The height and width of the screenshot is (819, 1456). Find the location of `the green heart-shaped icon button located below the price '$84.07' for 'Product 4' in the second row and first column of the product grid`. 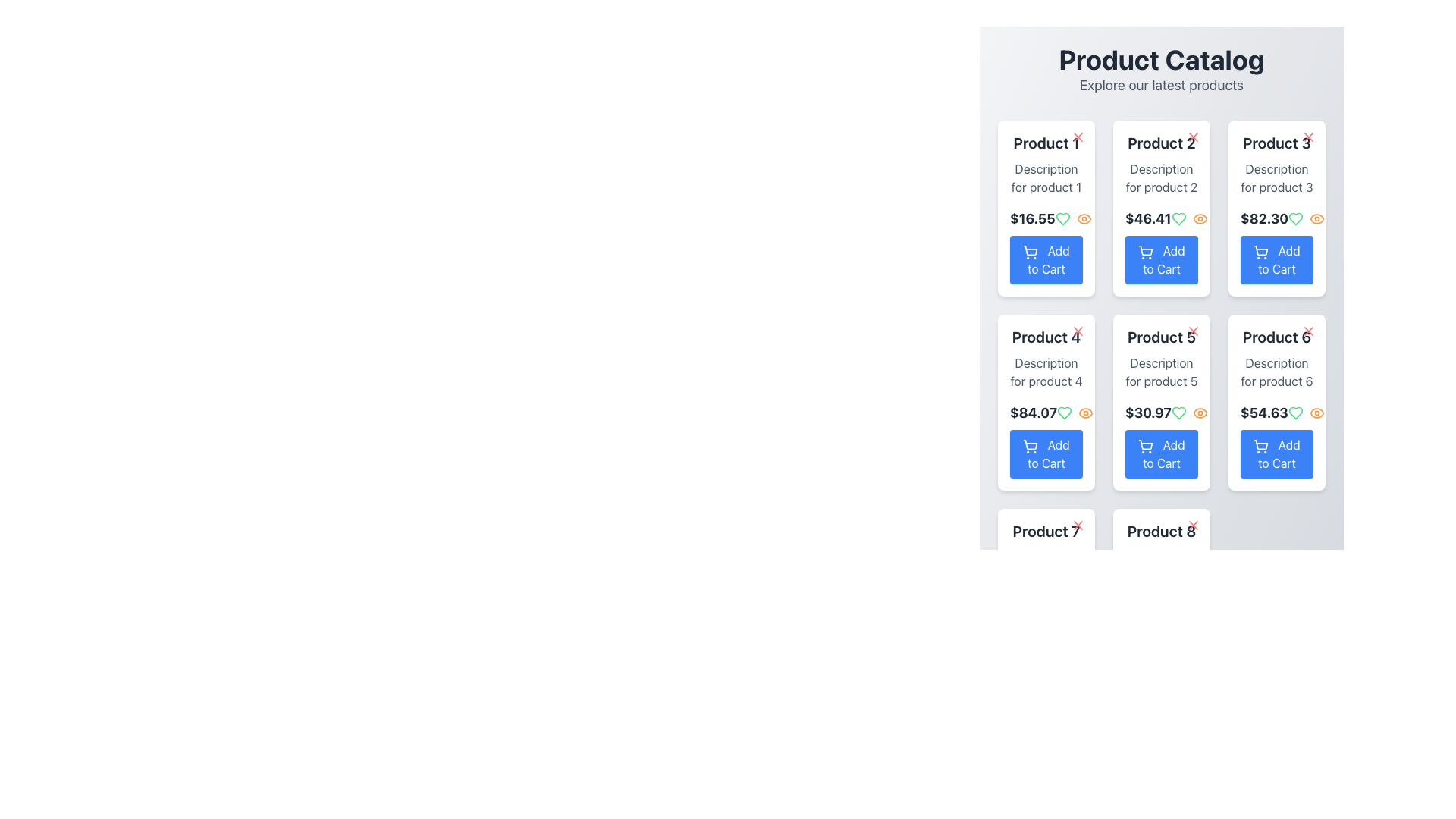

the green heart-shaped icon button located below the price '$84.07' for 'Product 4' in the second row and first column of the product grid is located at coordinates (1064, 413).